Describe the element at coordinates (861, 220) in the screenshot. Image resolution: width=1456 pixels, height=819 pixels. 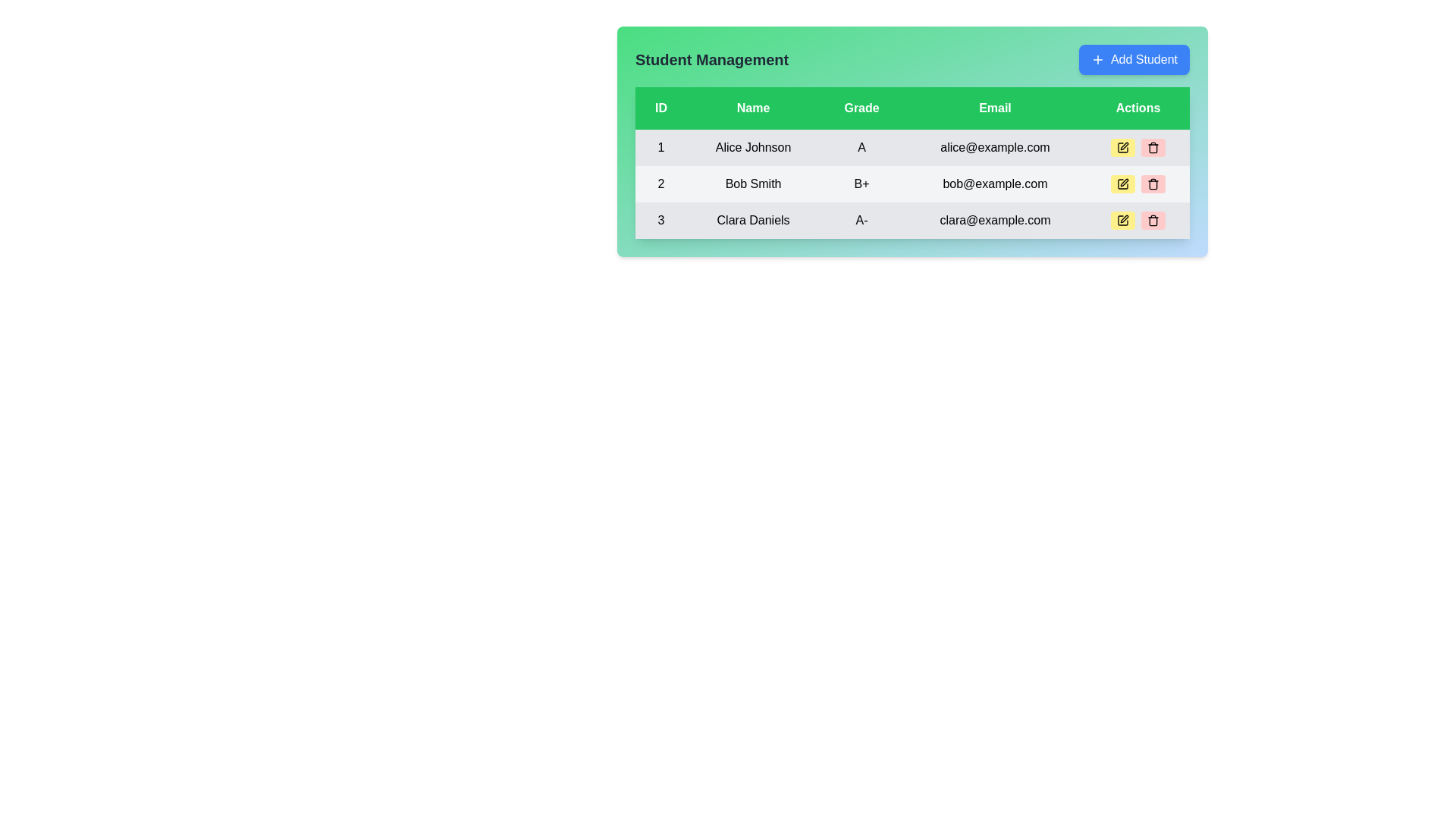
I see `the static text element representing the grade 'A-' in the third row of the table under the 'Grade' column` at that location.